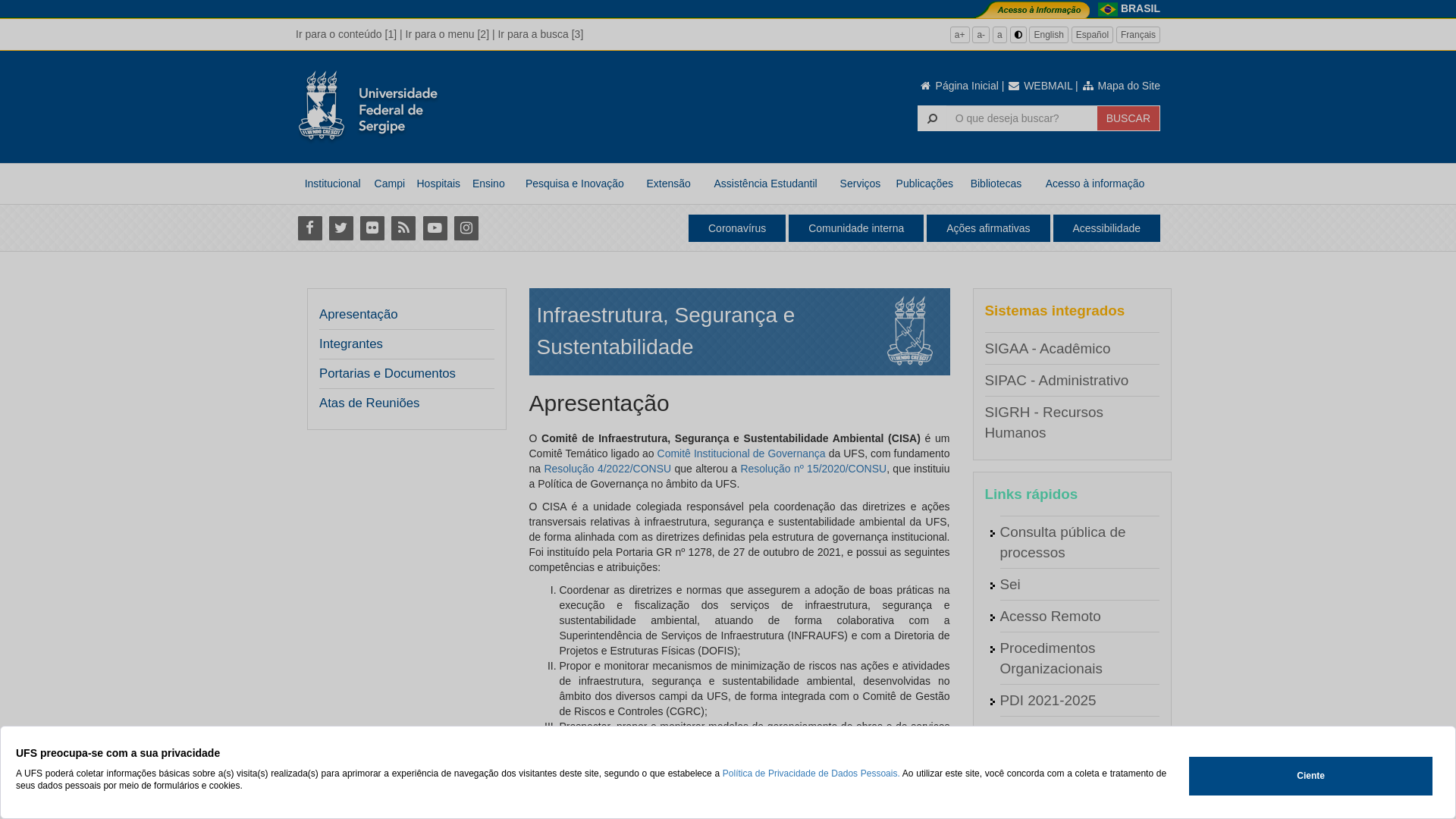 The image size is (1456, 819). What do you see at coordinates (318, 374) in the screenshot?
I see `'Portarias e Documentos'` at bounding box center [318, 374].